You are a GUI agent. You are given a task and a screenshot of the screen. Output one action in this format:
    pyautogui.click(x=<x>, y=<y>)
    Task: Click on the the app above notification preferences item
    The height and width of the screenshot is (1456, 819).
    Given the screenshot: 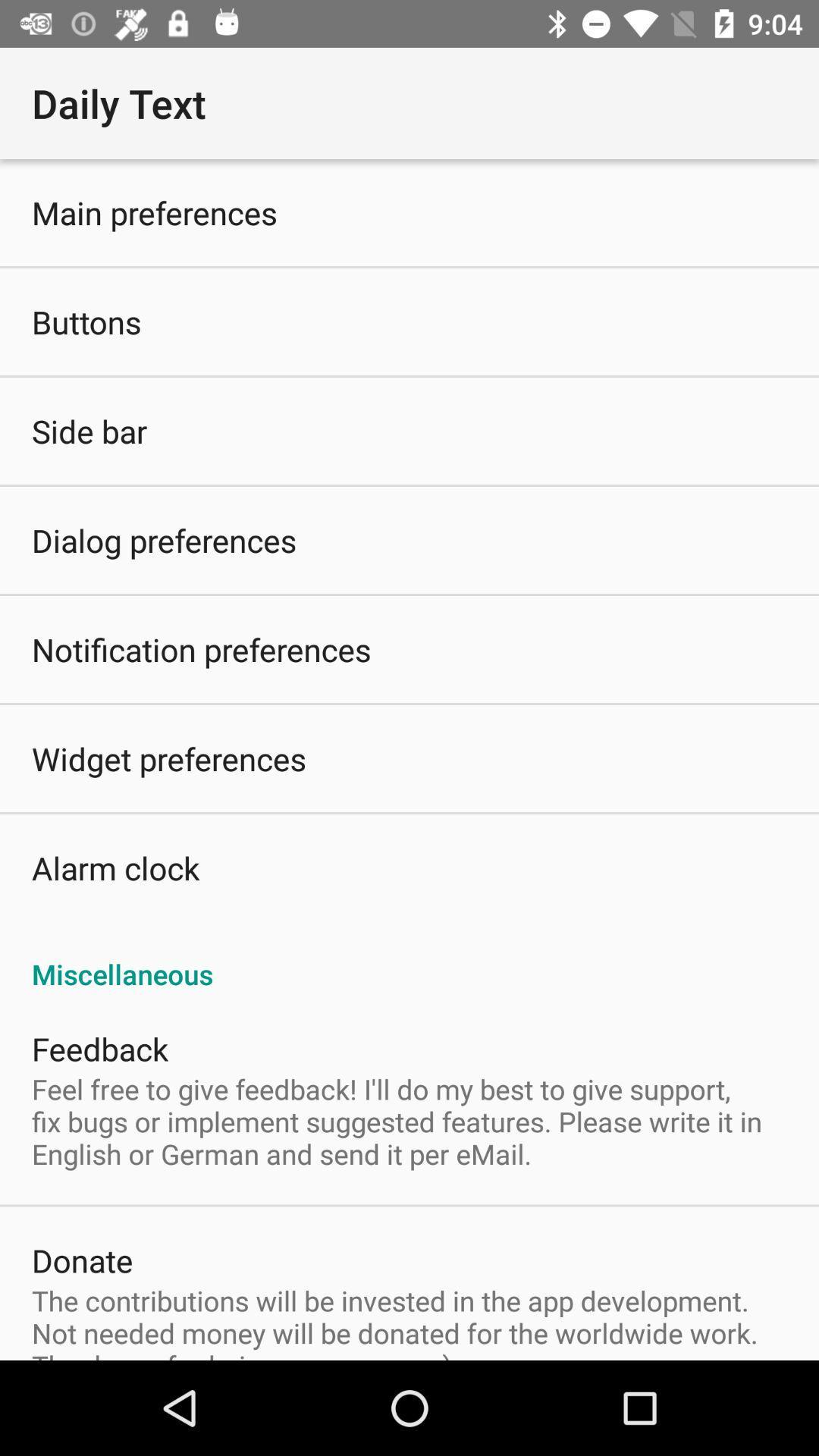 What is the action you would take?
    pyautogui.click(x=164, y=540)
    